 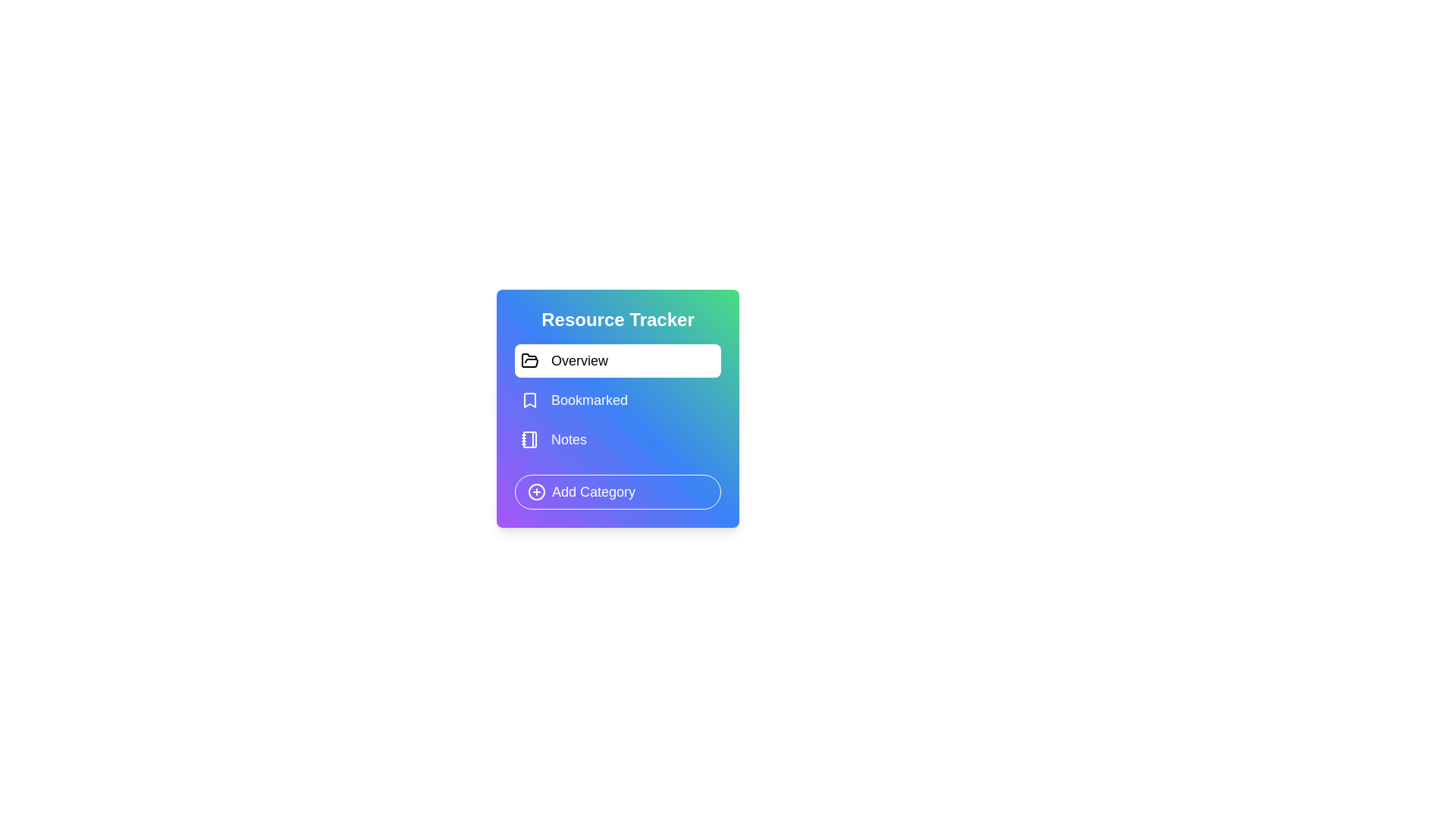 What do you see at coordinates (618, 400) in the screenshot?
I see `the category Bookmarked to see the hover effect` at bounding box center [618, 400].